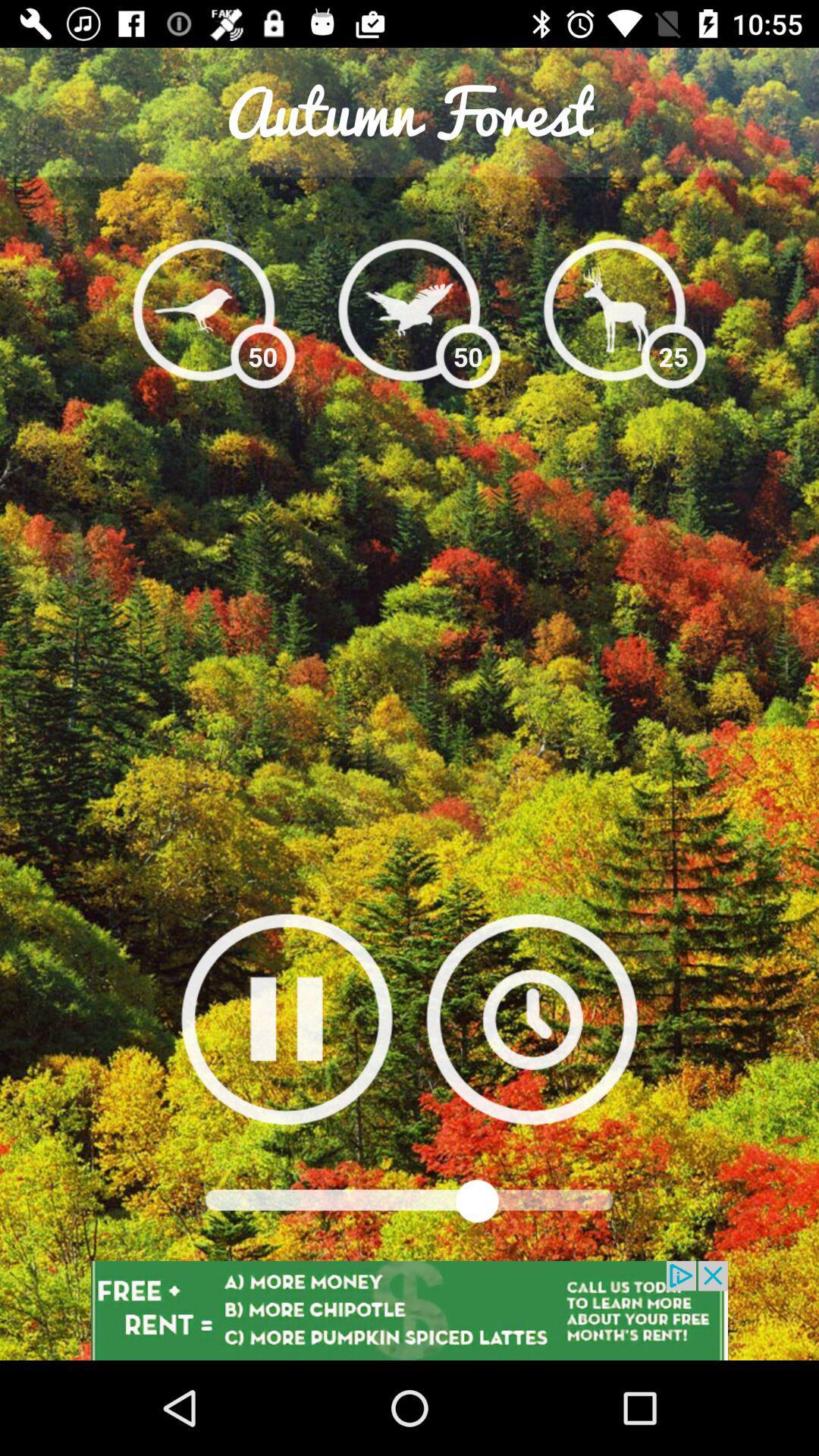 The width and height of the screenshot is (819, 1456). What do you see at coordinates (287, 1018) in the screenshot?
I see `pause sounds` at bounding box center [287, 1018].